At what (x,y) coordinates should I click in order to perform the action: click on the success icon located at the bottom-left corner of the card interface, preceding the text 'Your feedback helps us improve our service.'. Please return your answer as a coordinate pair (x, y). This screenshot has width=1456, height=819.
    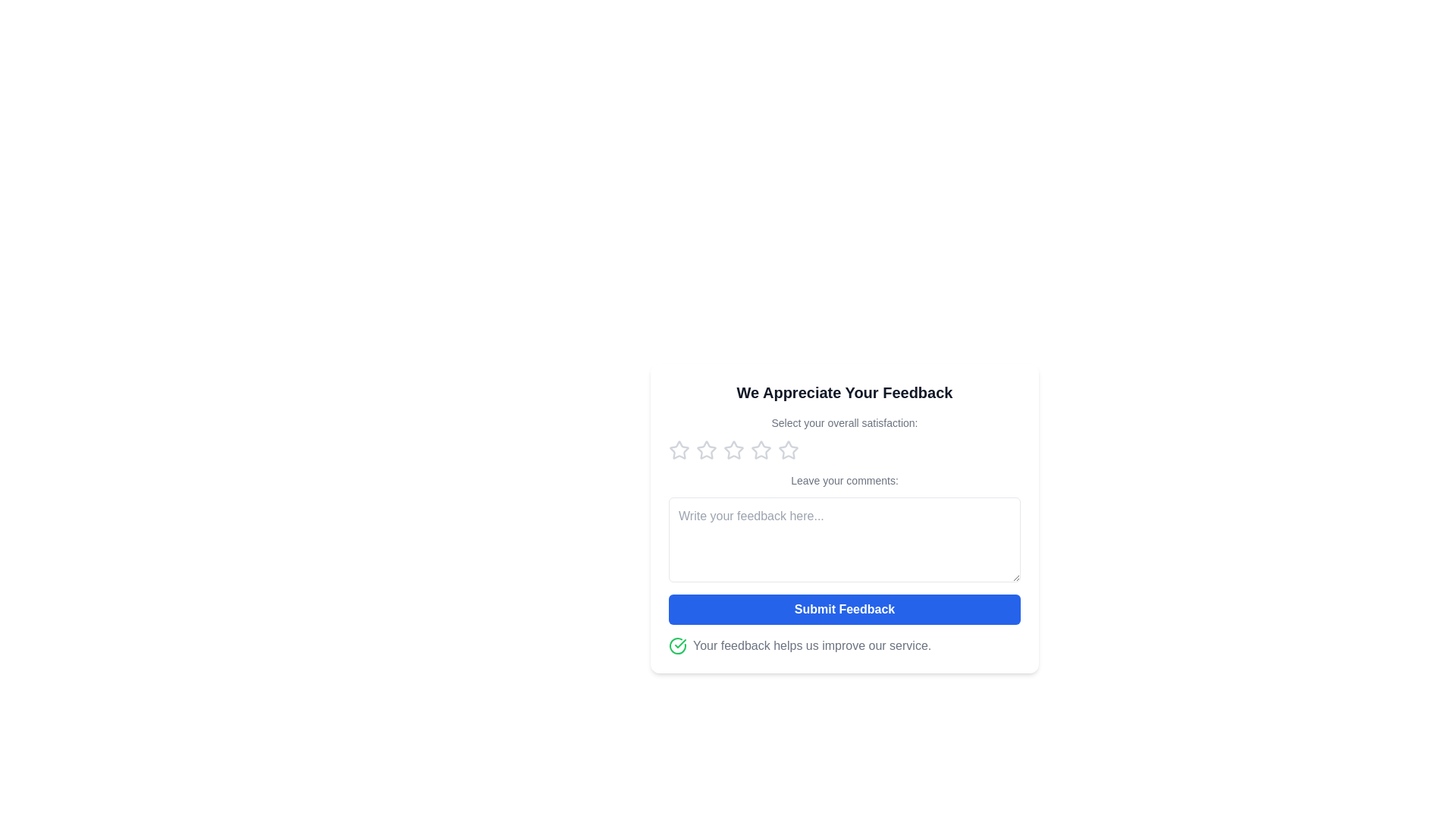
    Looking at the image, I should click on (676, 646).